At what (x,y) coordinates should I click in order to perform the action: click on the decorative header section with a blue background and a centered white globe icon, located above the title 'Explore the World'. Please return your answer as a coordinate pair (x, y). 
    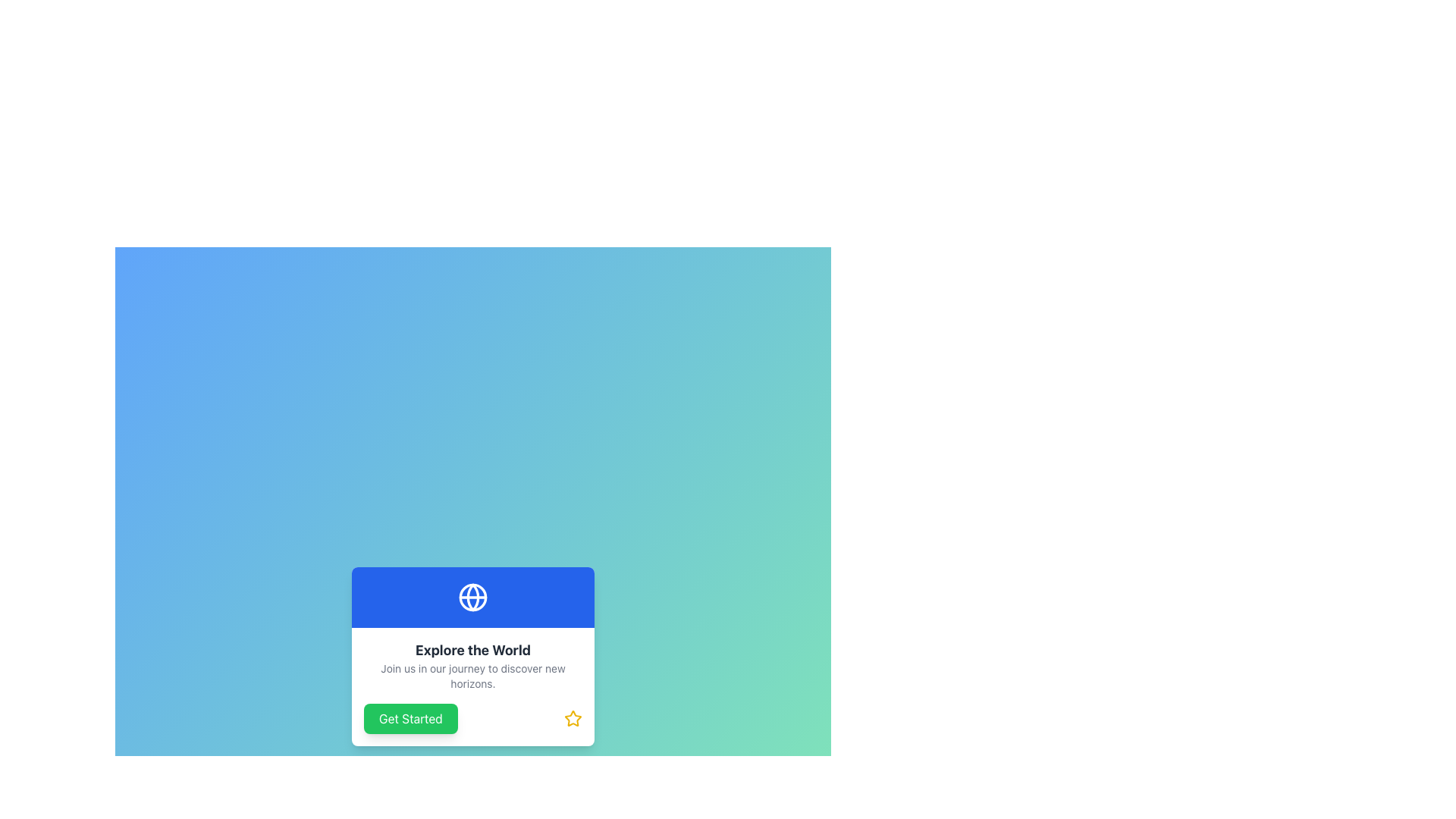
    Looking at the image, I should click on (472, 596).